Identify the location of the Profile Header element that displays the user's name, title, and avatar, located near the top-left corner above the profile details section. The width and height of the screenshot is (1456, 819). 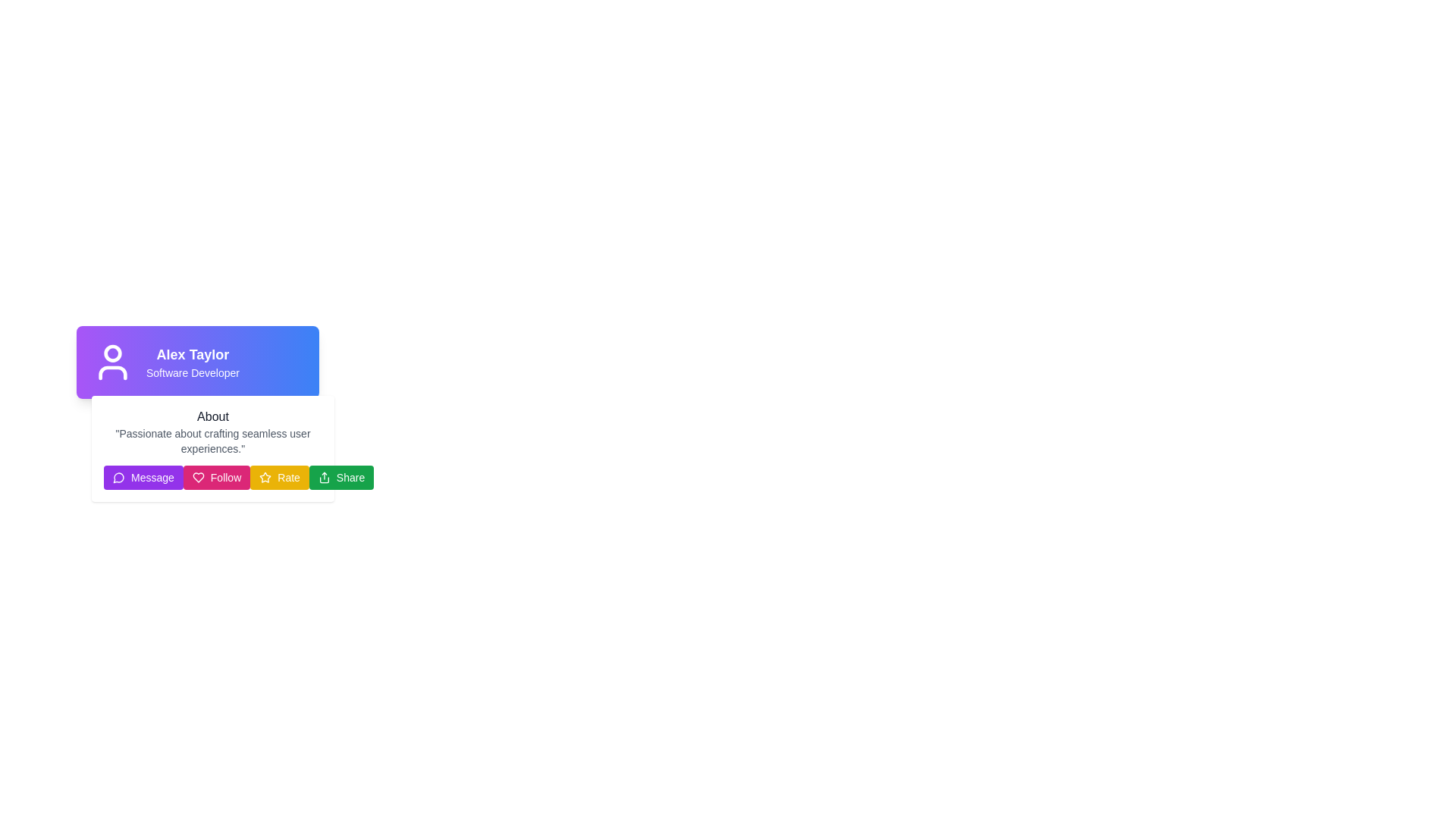
(196, 362).